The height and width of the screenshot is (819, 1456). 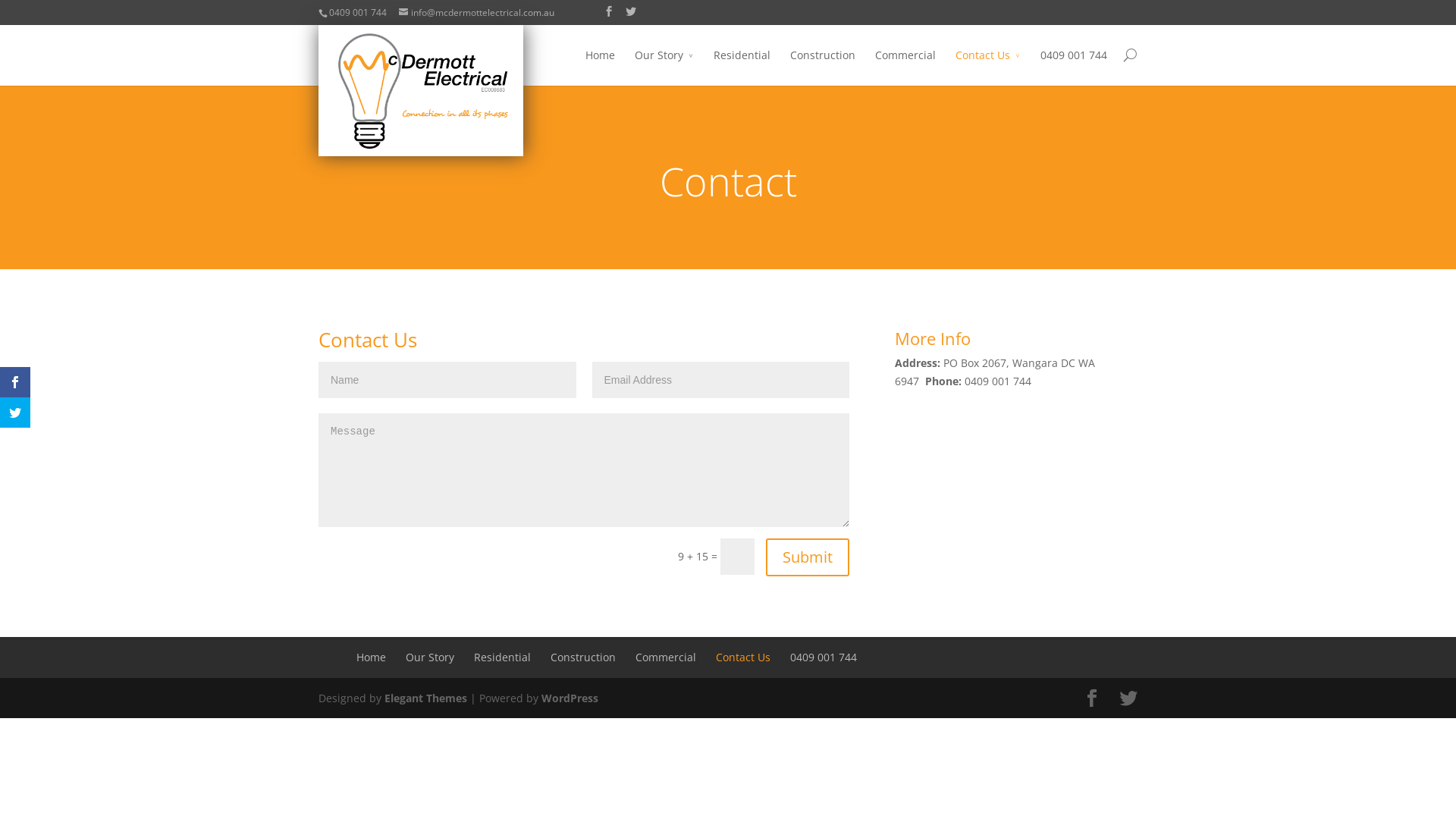 I want to click on 'info@mcdermottelectrical.com.au', so click(x=475, y=12).